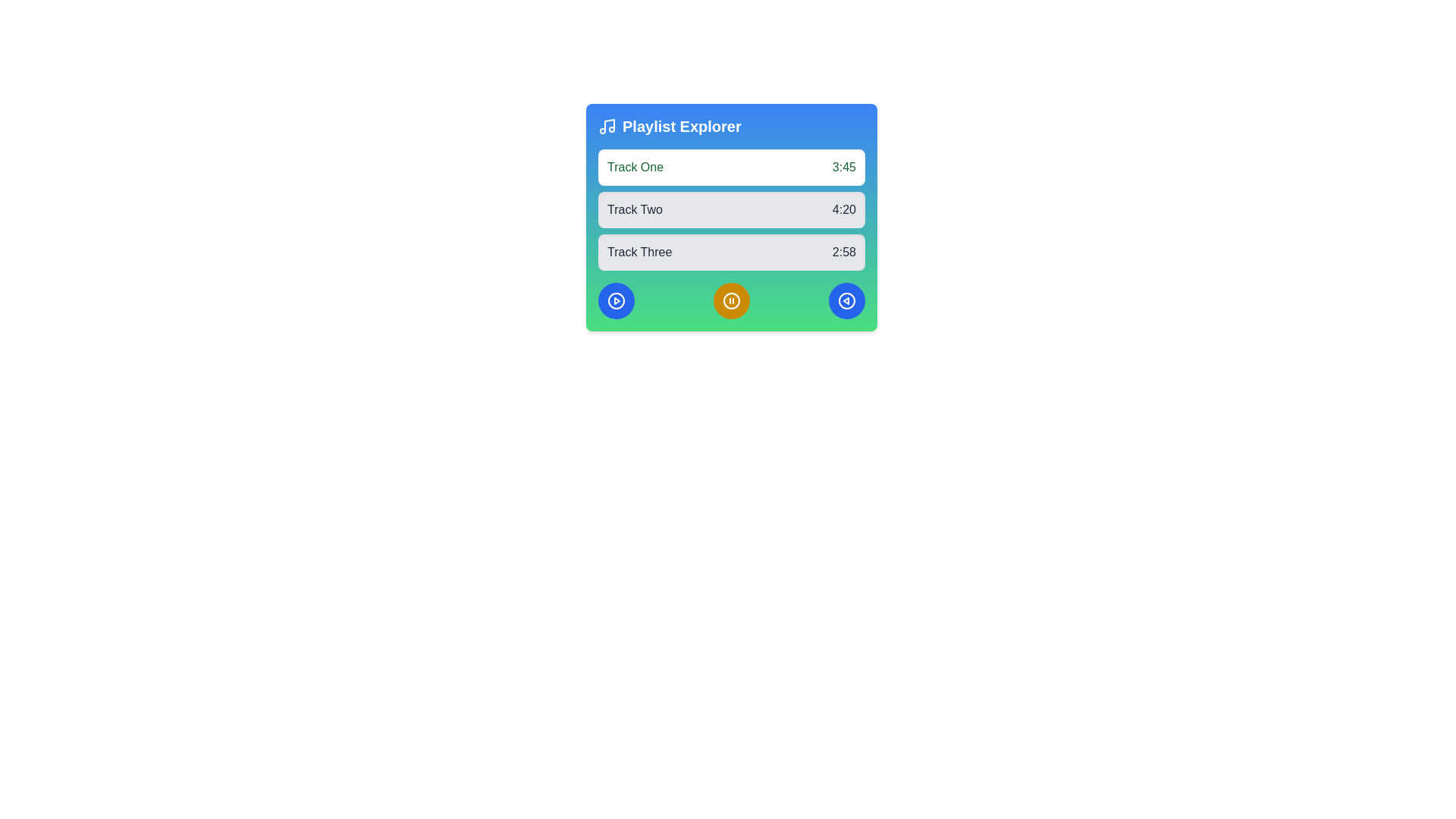 Image resolution: width=1456 pixels, height=819 pixels. What do you see at coordinates (846, 301) in the screenshot?
I see `the Circle SVG element, which is part of the circular play button icon located in the bottom-left corner of the blue button interface` at bounding box center [846, 301].